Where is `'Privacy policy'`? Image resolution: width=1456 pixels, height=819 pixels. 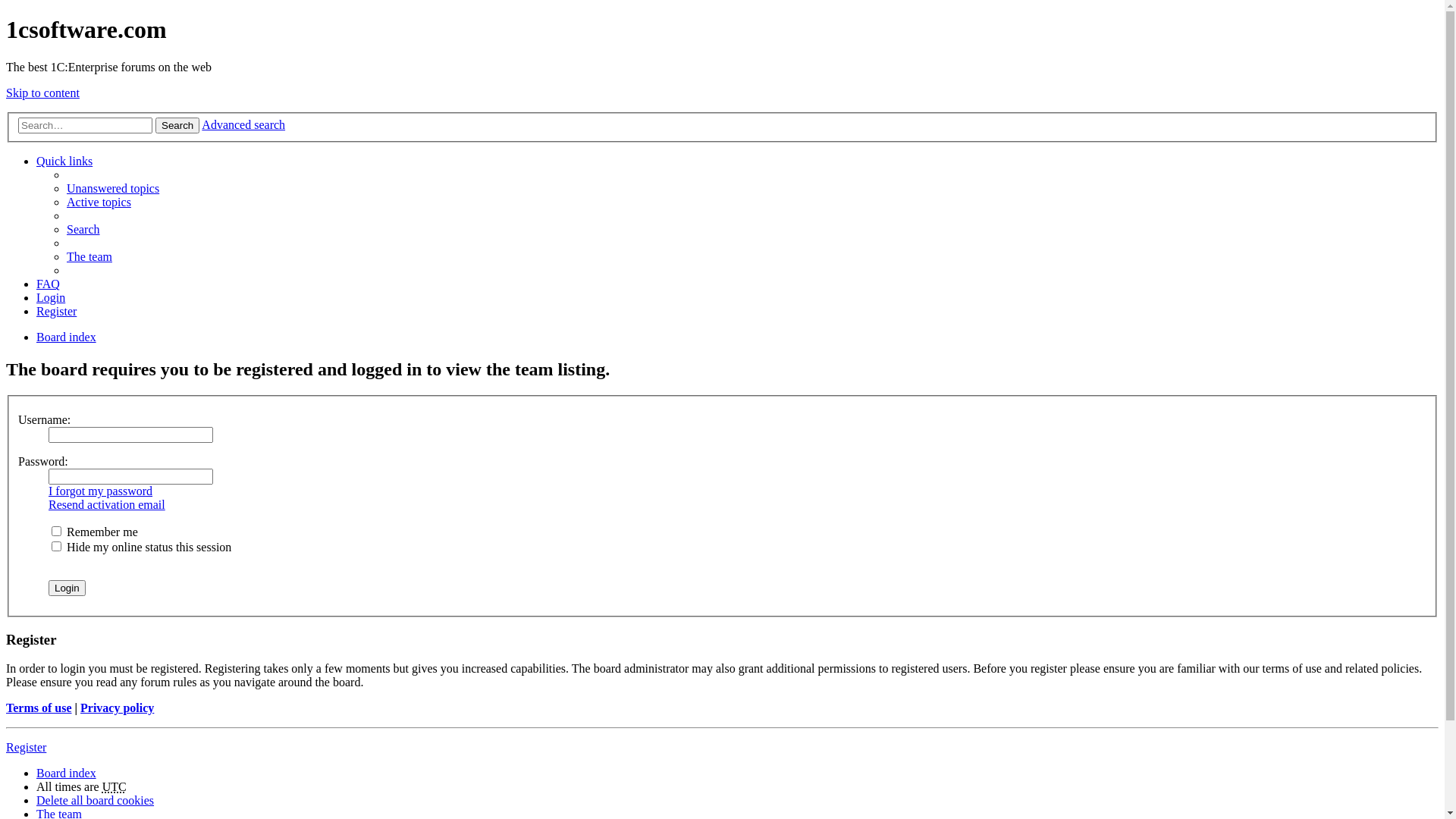
'Privacy policy' is located at coordinates (116, 708).